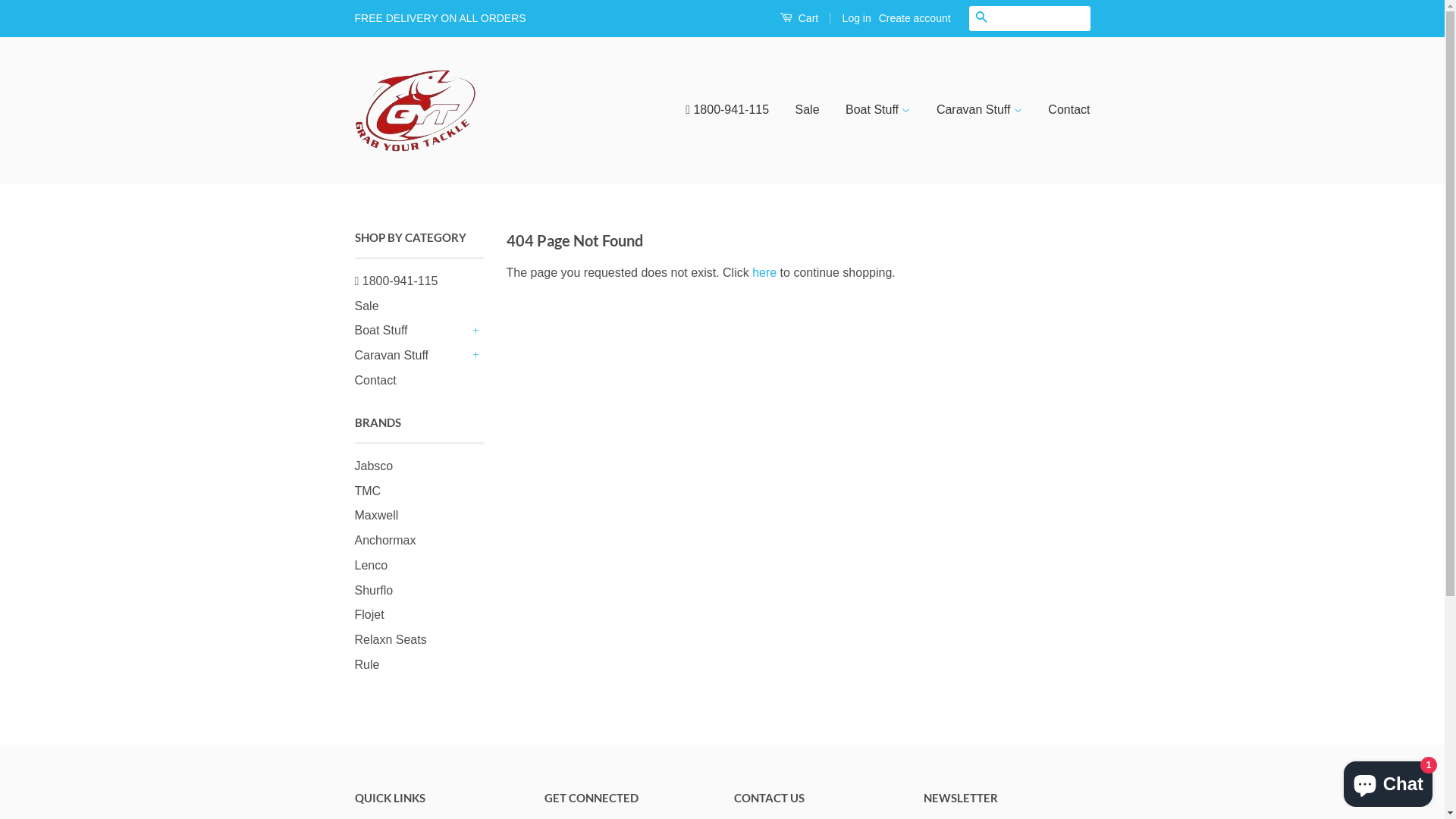  Describe the element at coordinates (371, 565) in the screenshot. I see `'Lenco'` at that location.